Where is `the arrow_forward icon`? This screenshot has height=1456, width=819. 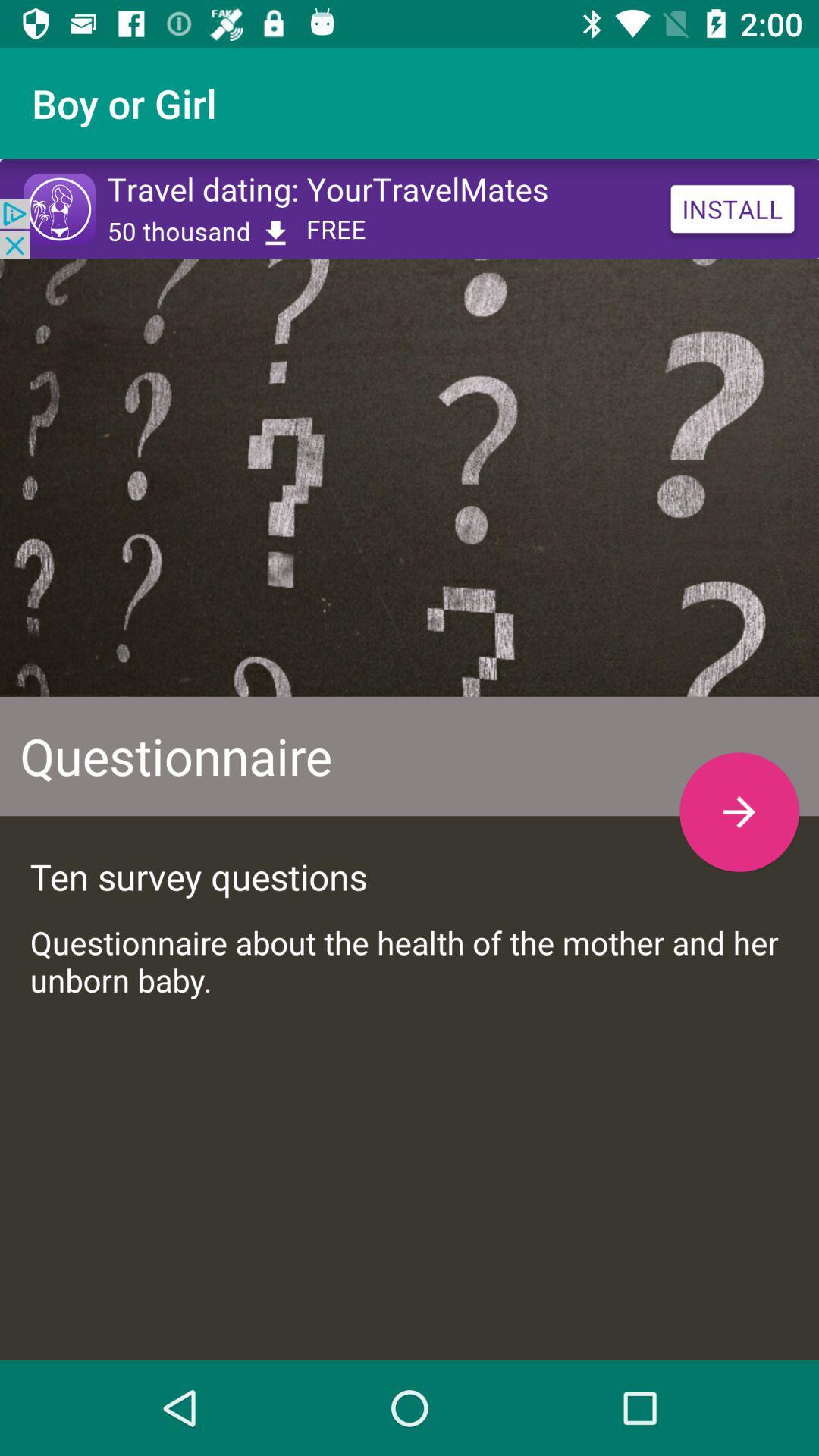
the arrow_forward icon is located at coordinates (739, 811).